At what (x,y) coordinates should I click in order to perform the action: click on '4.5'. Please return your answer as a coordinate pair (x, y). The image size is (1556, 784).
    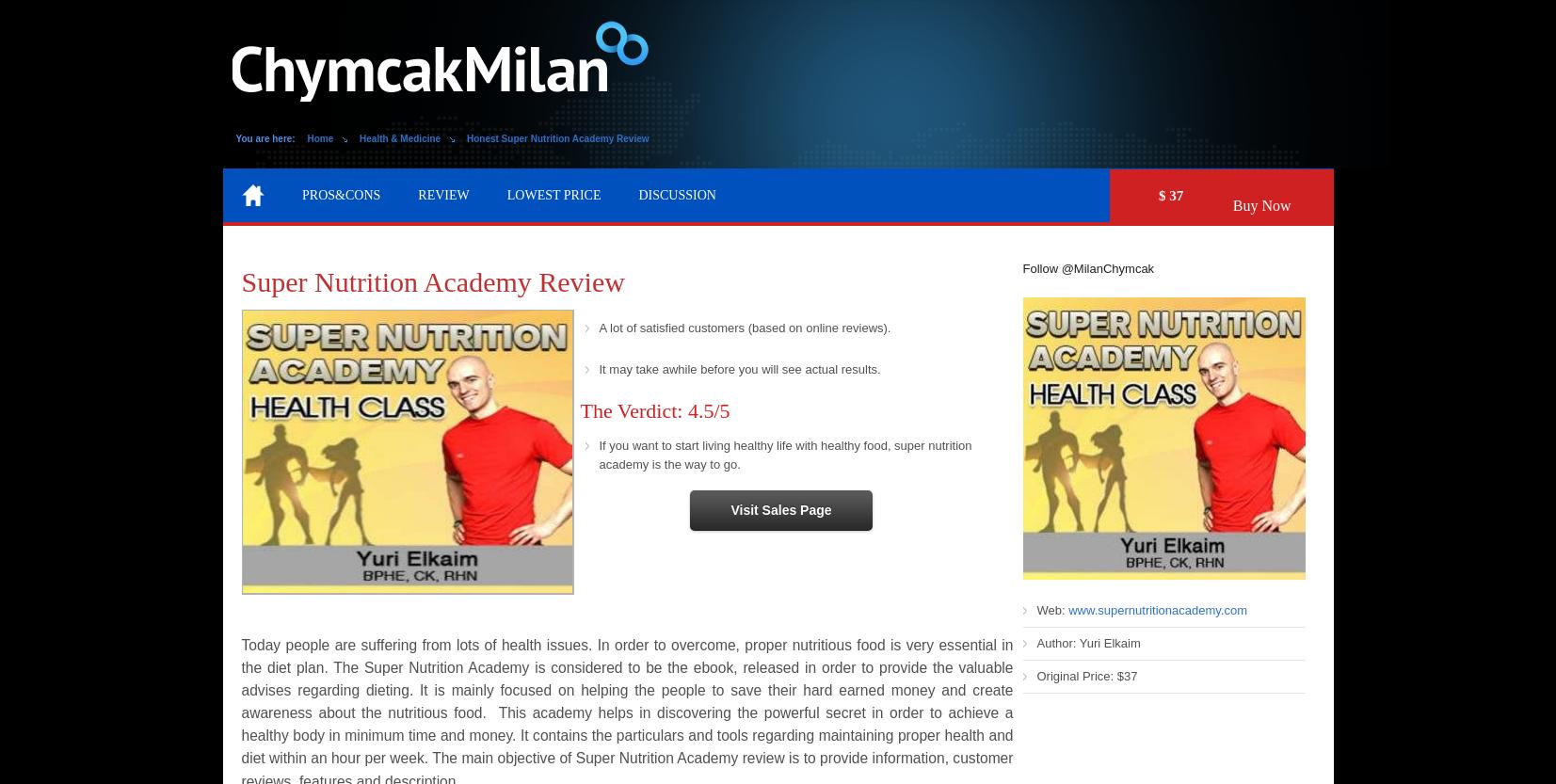
    Looking at the image, I should click on (685, 408).